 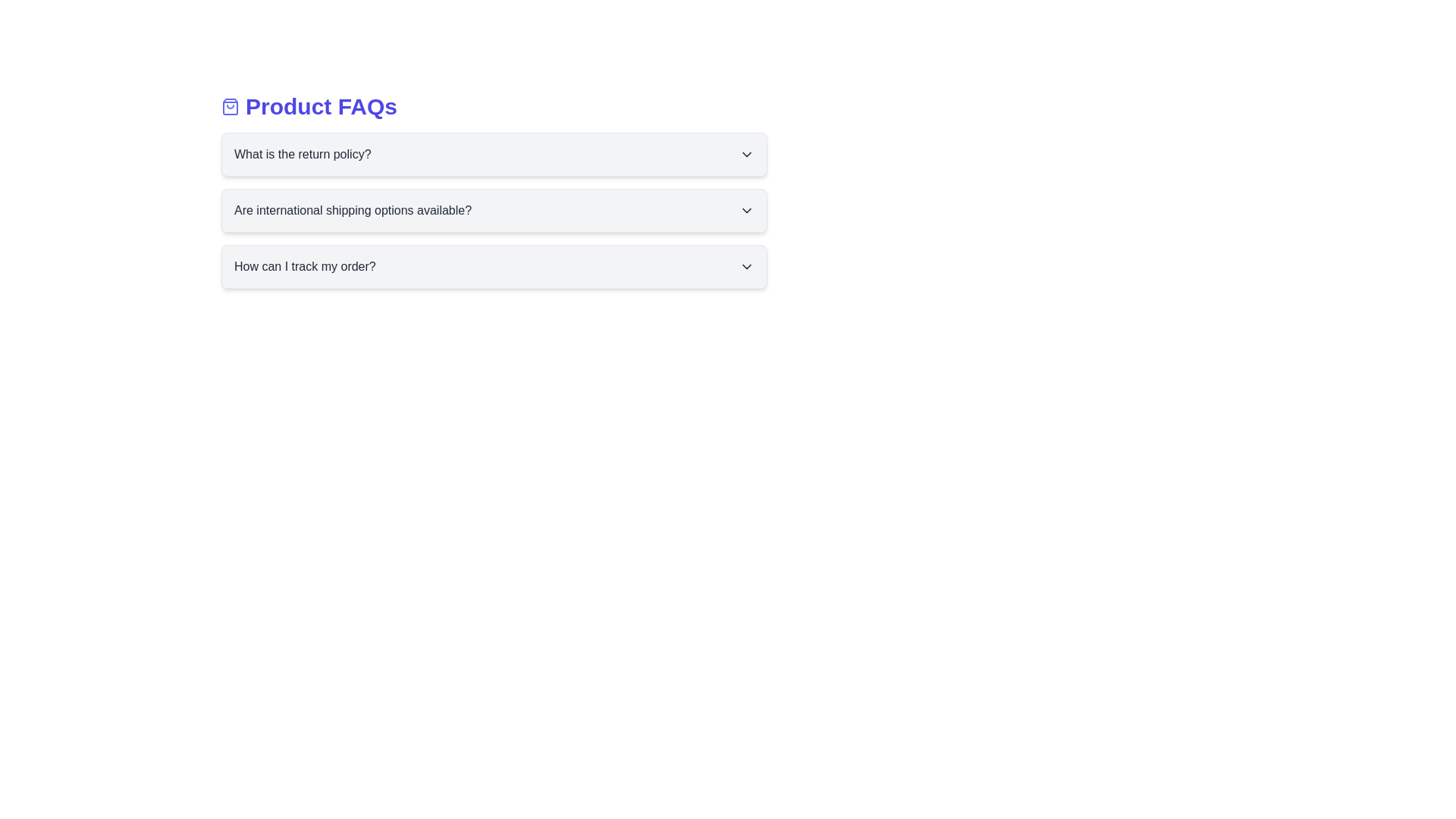 I want to click on the Text Label that serves as a title for the 'Product FAQs' section, located to the right of the shopping bag icon, so click(x=320, y=106).